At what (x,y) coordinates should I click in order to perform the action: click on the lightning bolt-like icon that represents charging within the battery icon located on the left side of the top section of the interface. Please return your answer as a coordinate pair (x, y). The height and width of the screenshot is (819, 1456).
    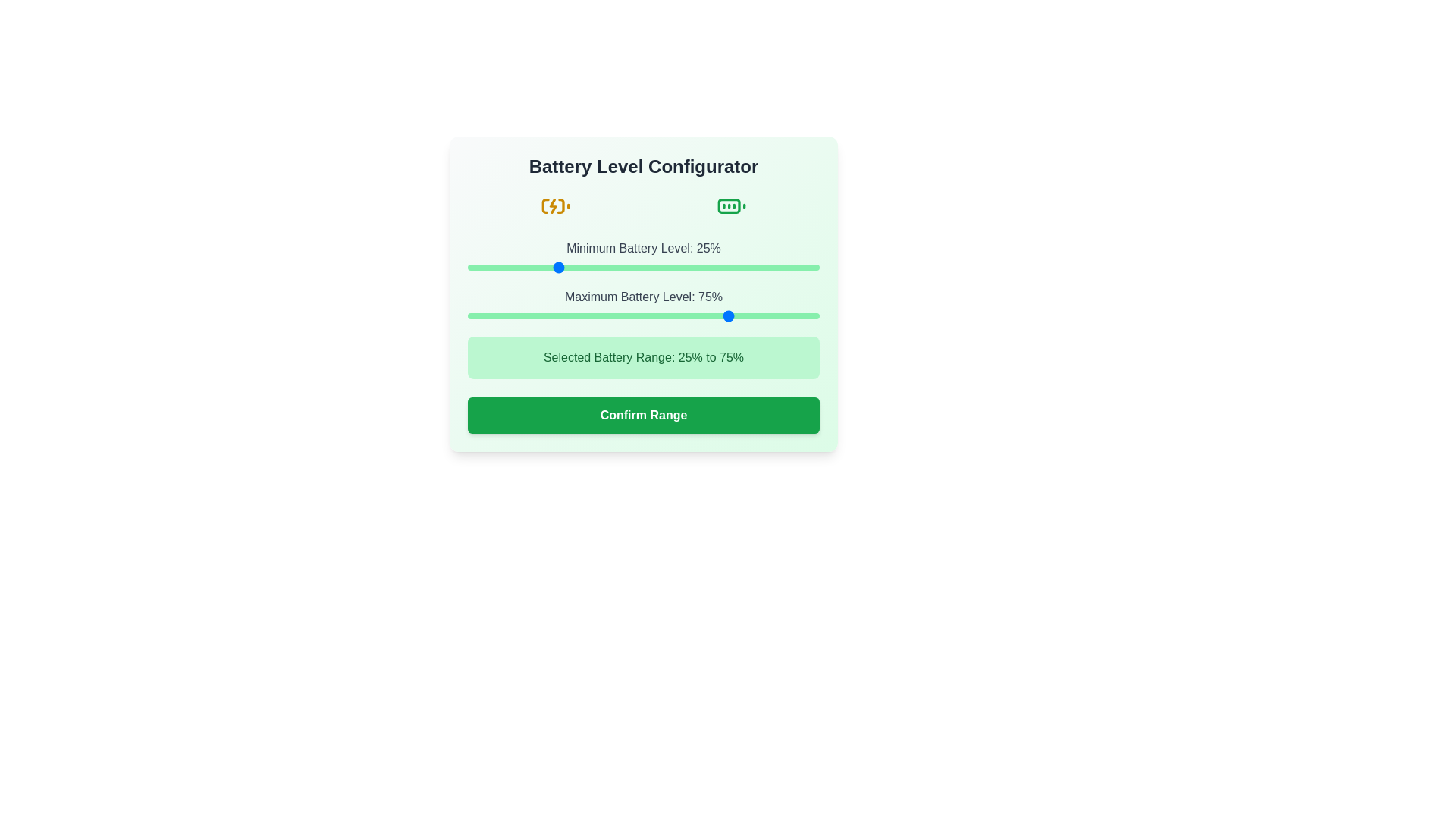
    Looking at the image, I should click on (552, 206).